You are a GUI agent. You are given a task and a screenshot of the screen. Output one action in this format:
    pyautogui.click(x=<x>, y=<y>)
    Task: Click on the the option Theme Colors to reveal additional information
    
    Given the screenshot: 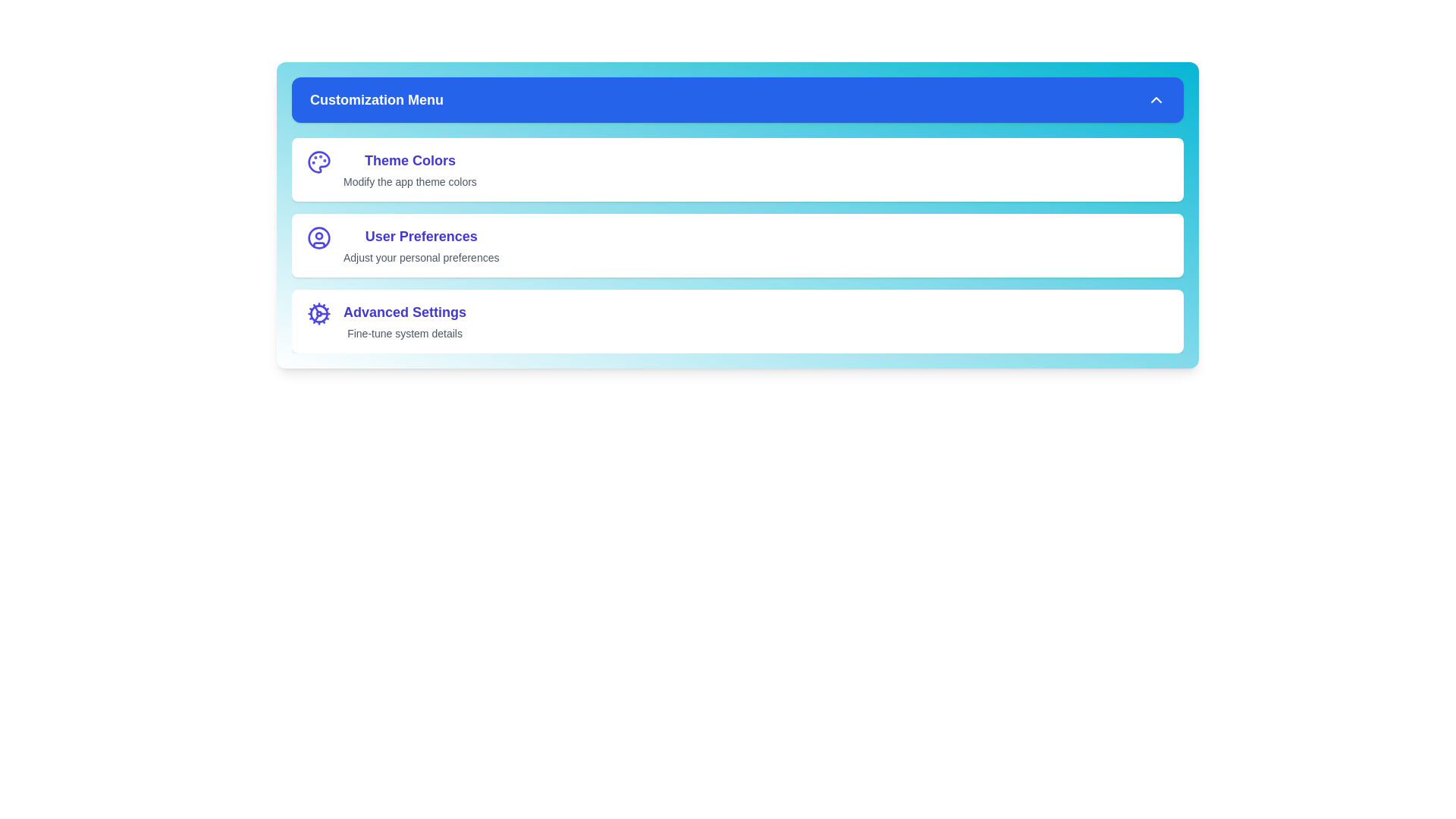 What is the action you would take?
    pyautogui.click(x=318, y=169)
    